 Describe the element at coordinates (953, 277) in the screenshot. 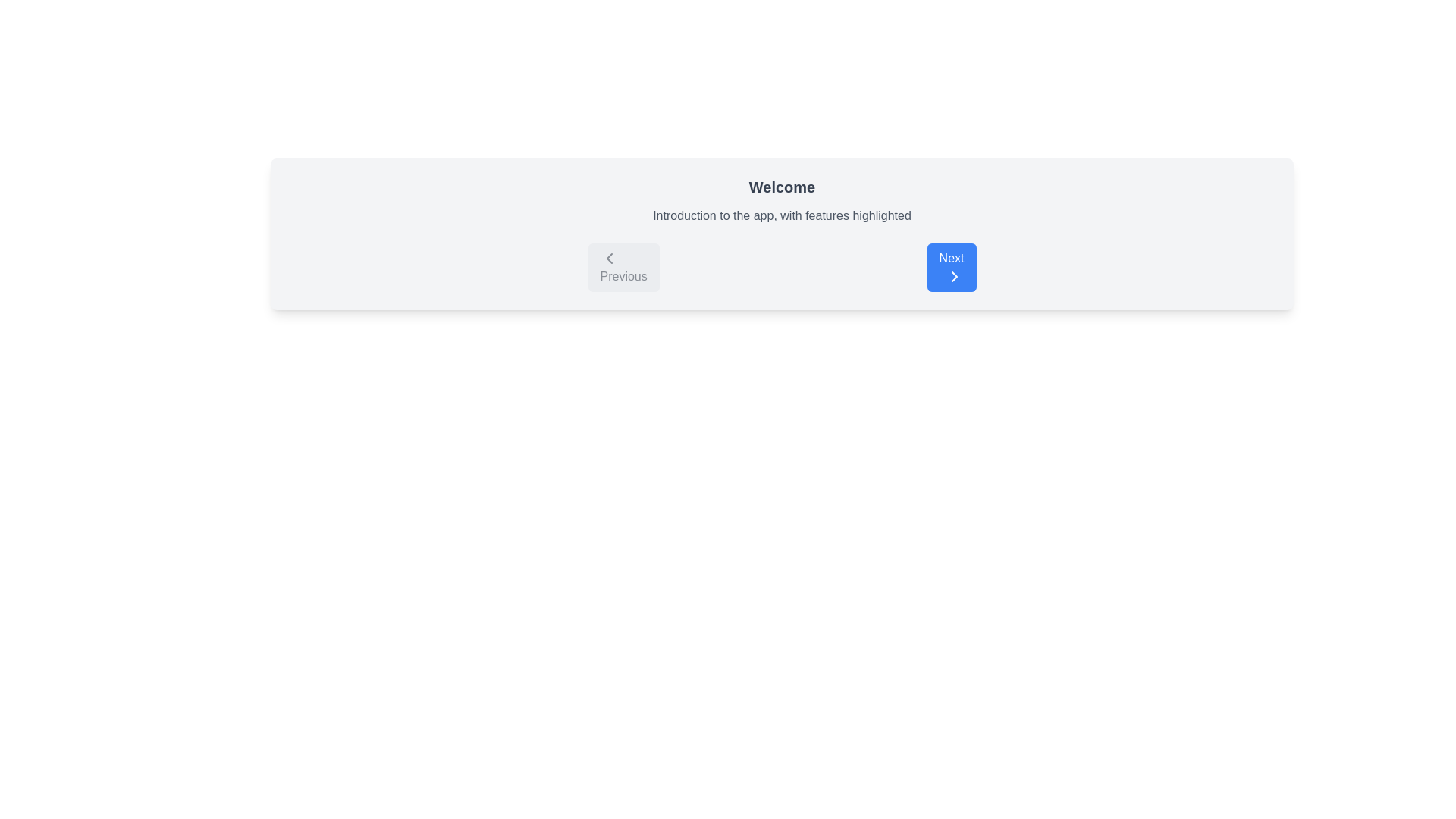

I see `the chevron icon located at the rightmost part of the blue 'Next' button, which indicates navigation to the next step` at that location.